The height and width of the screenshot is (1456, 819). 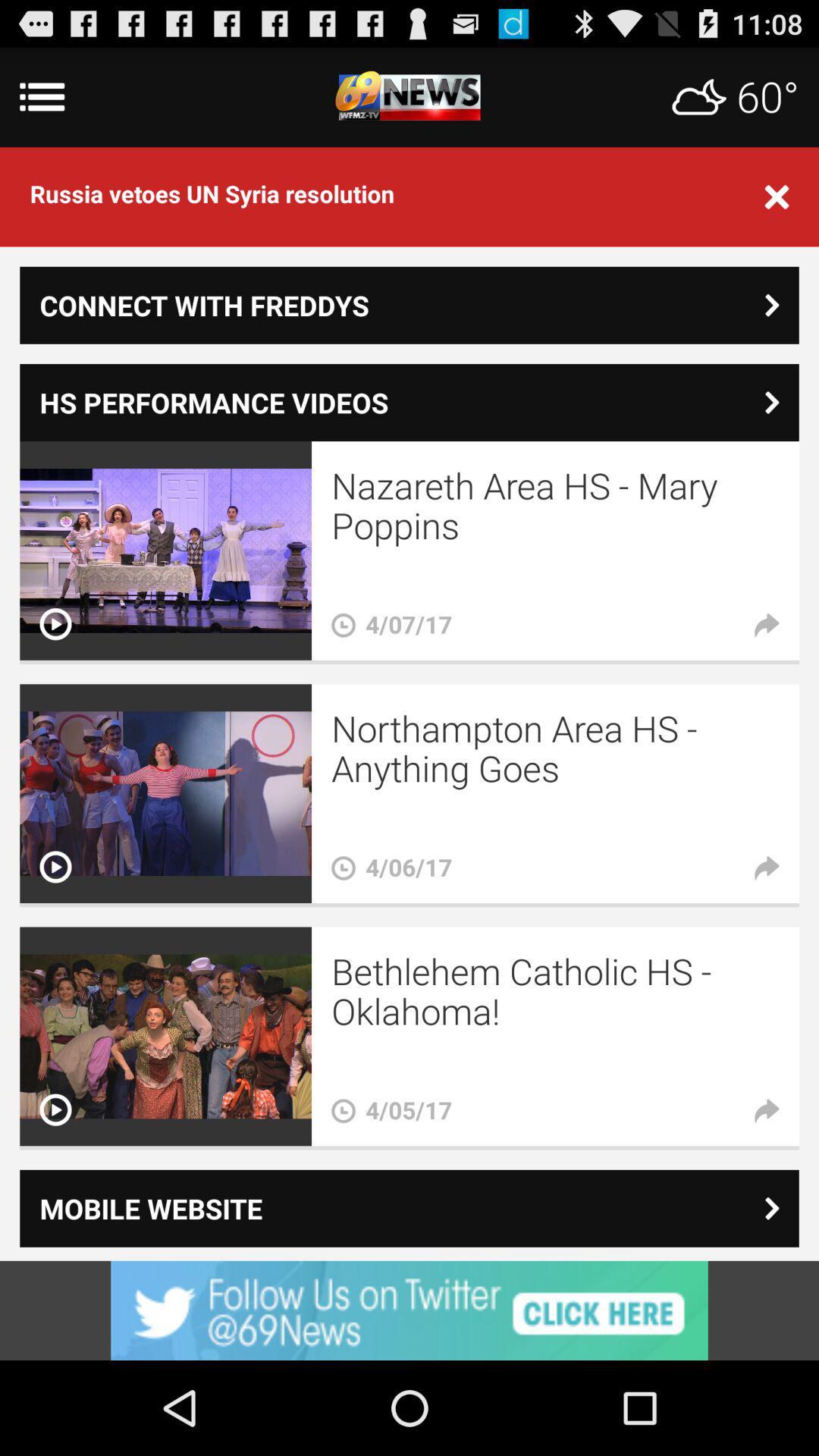 I want to click on open advertisement, so click(x=409, y=1310).